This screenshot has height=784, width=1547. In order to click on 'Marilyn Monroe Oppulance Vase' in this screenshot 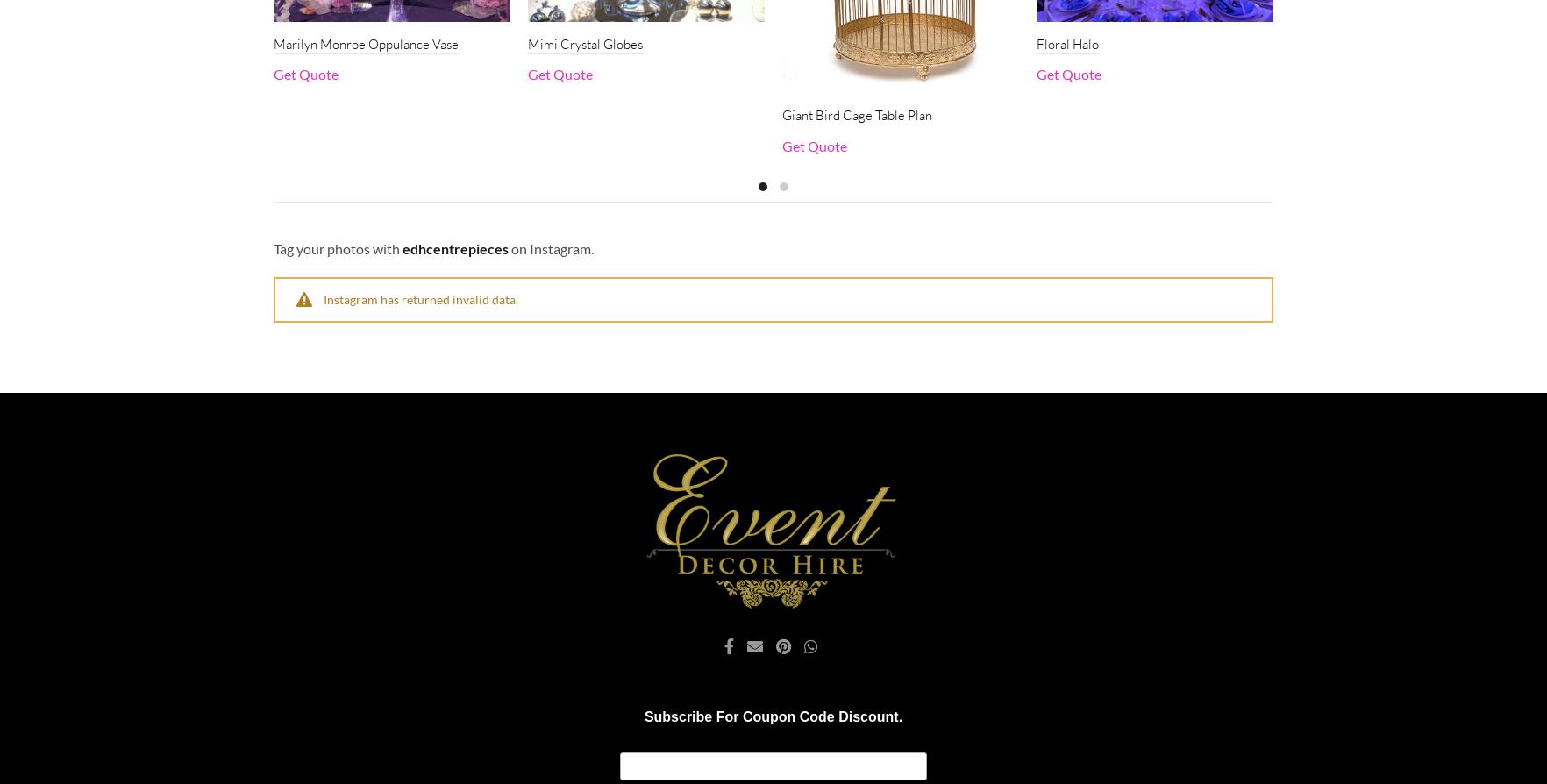, I will do `click(366, 44)`.